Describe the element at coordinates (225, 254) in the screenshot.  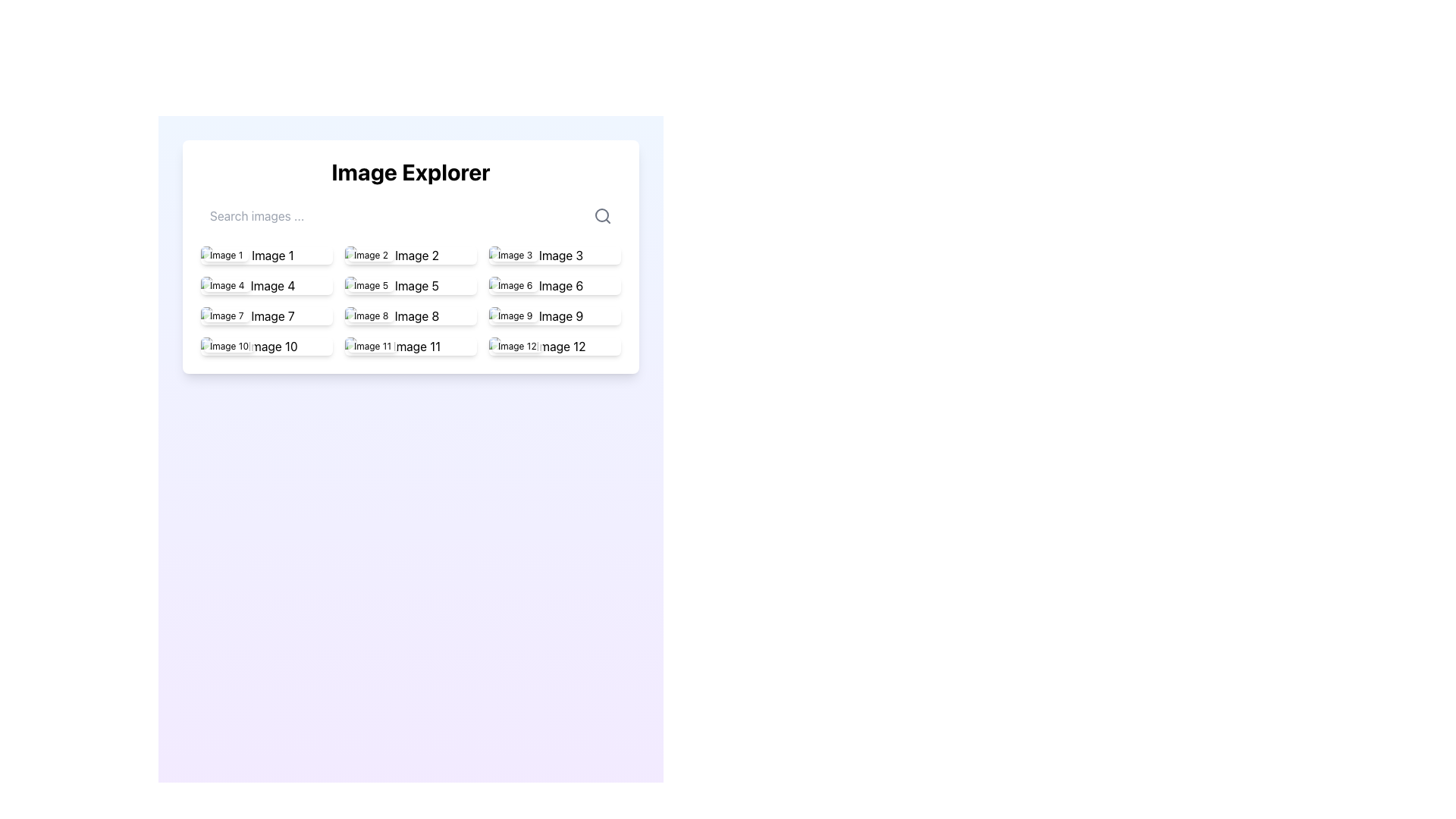
I see `the text label displaying 'Image 1' located at the bottom left of the first image card in the grid layout under the 'Image Explorer' heading` at that location.